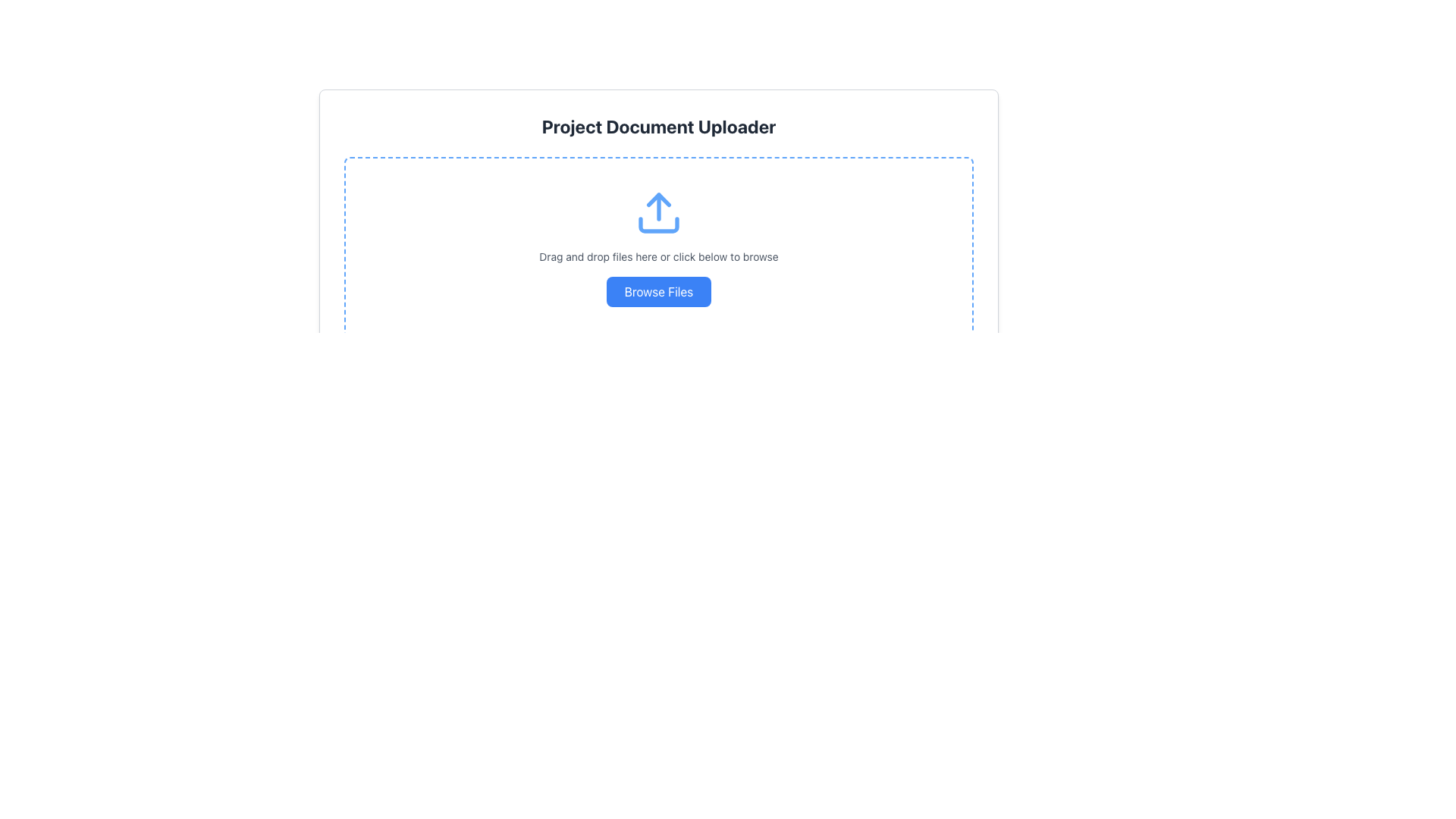 The image size is (1456, 819). I want to click on the Text header that serves as the title for the uploader interface, which is positioned at the top center inside a rounded white box with shadow and border styling, so click(658, 125).